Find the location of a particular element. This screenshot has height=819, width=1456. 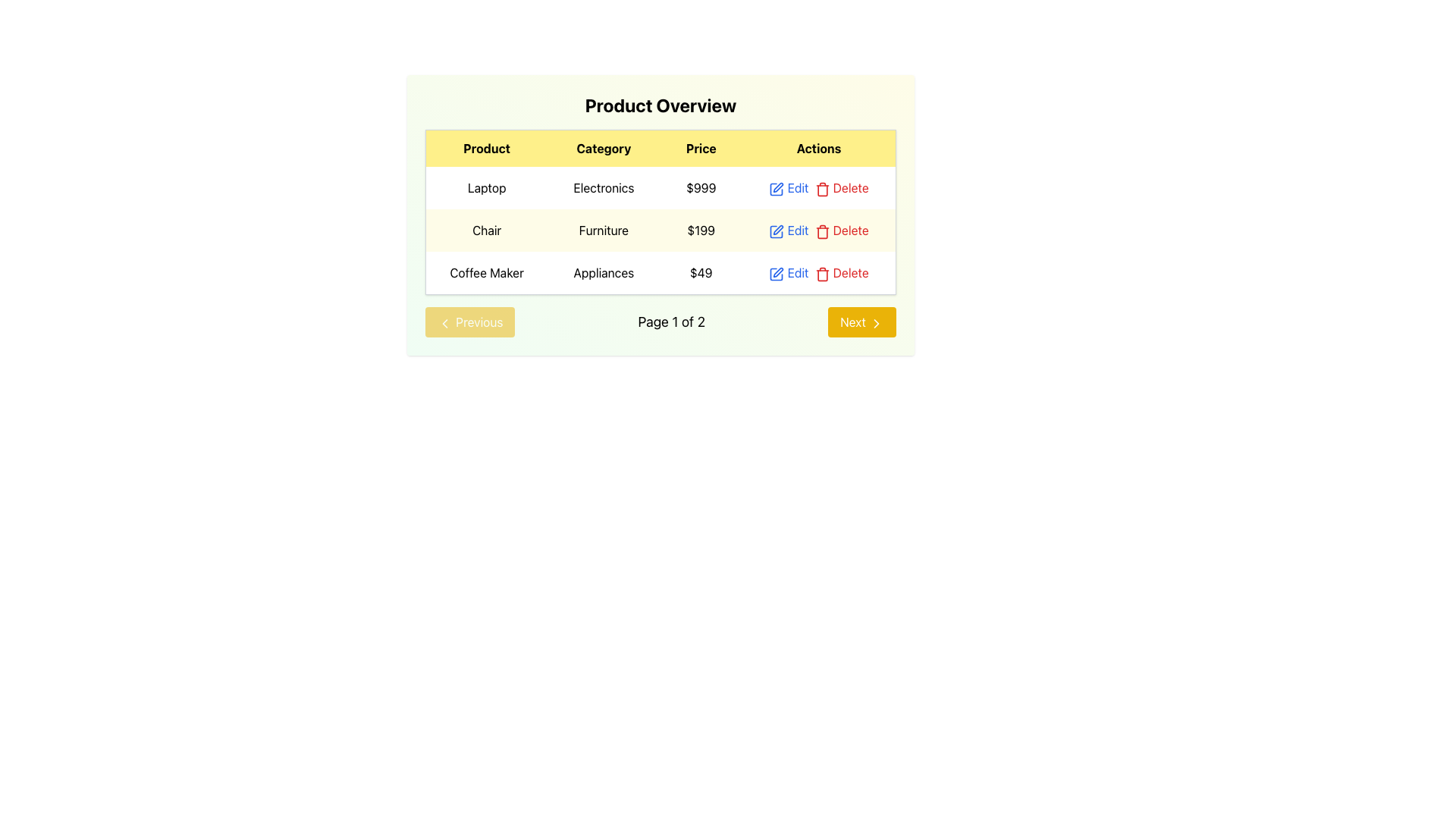

the delete icon located in the 'Actions' column of the last row in the table is located at coordinates (821, 274).